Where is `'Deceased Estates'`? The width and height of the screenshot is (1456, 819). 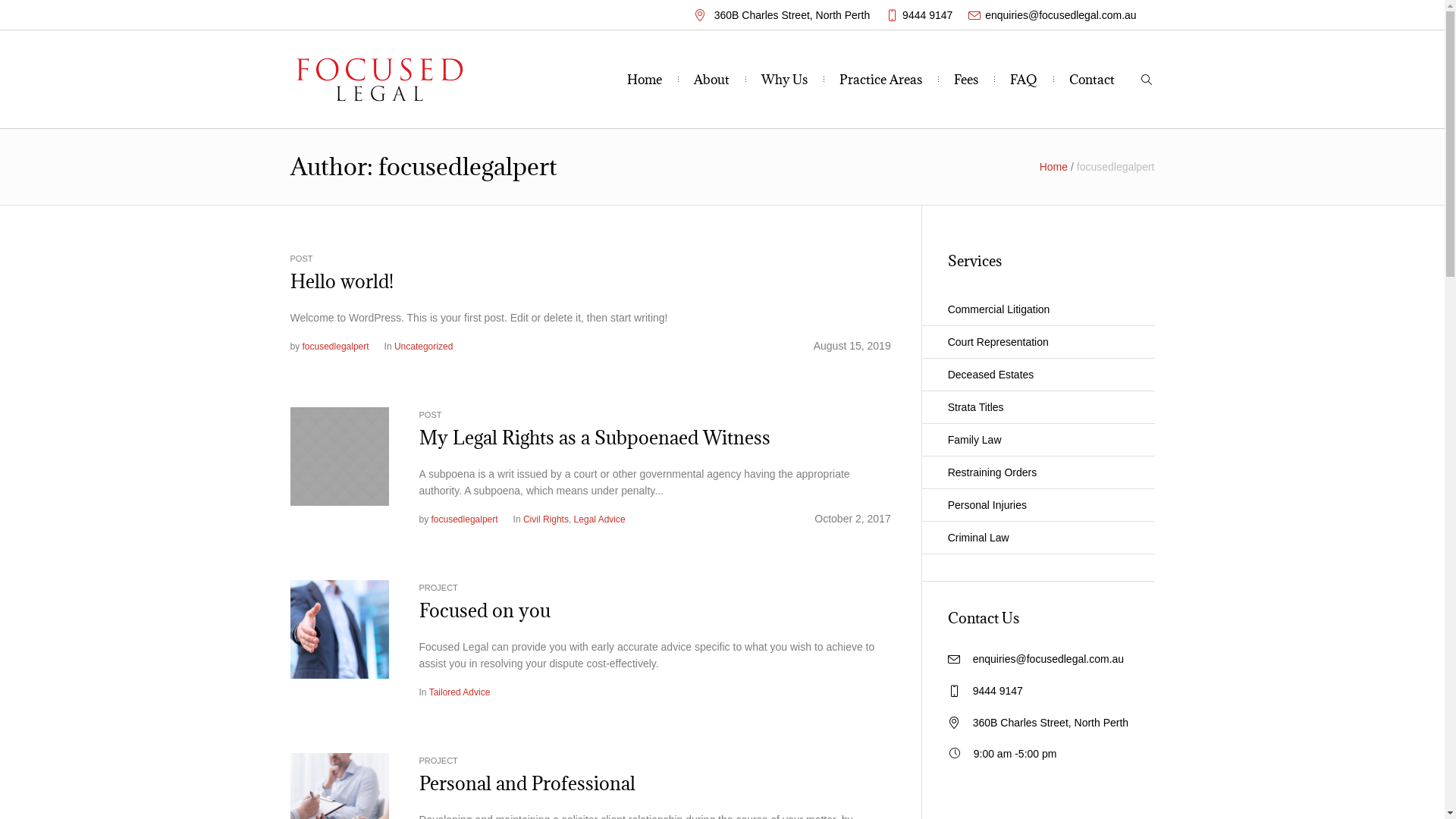
'Deceased Estates' is located at coordinates (1037, 375).